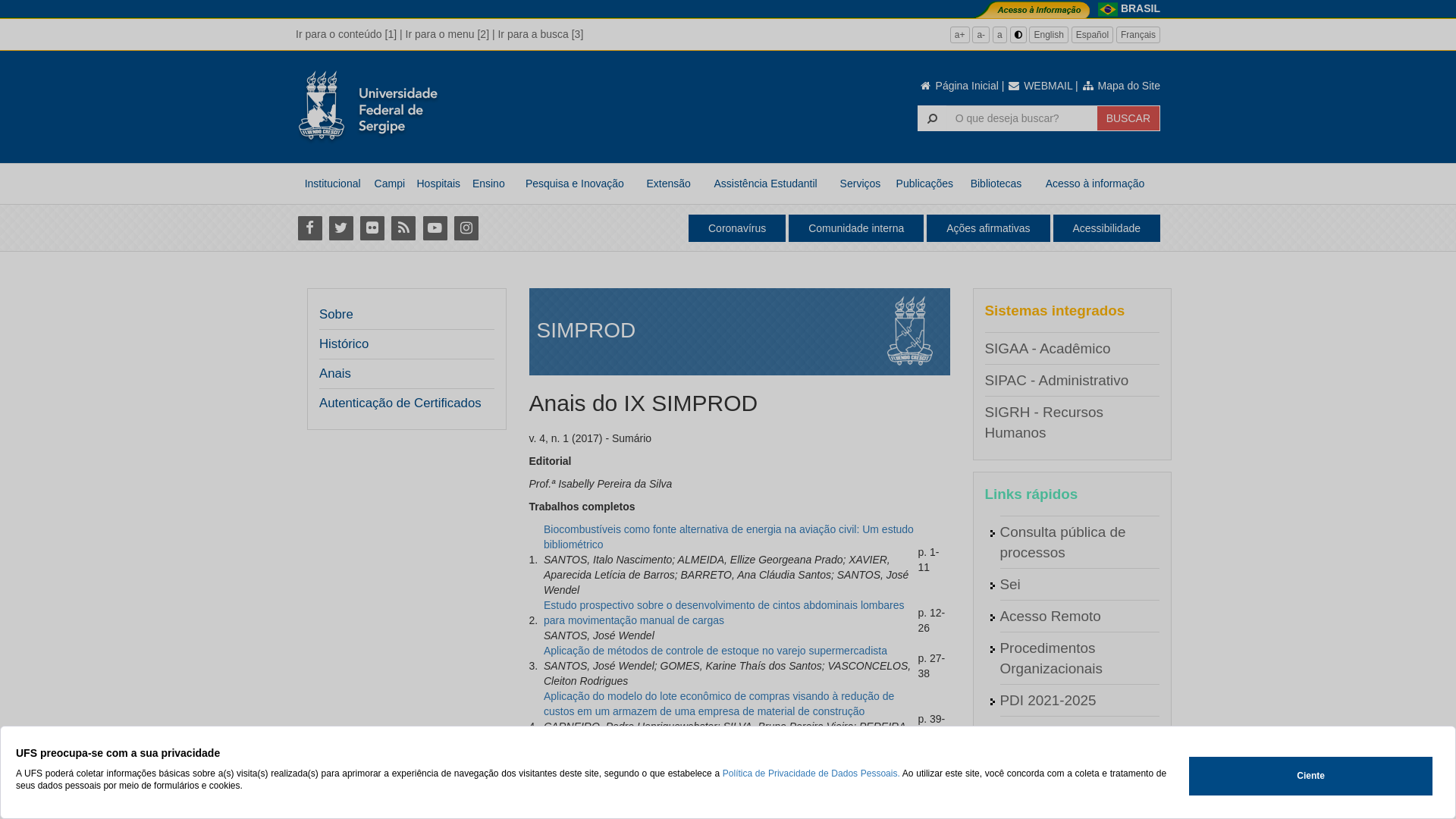 The image size is (1456, 819). I want to click on 'RSS', so click(403, 227).